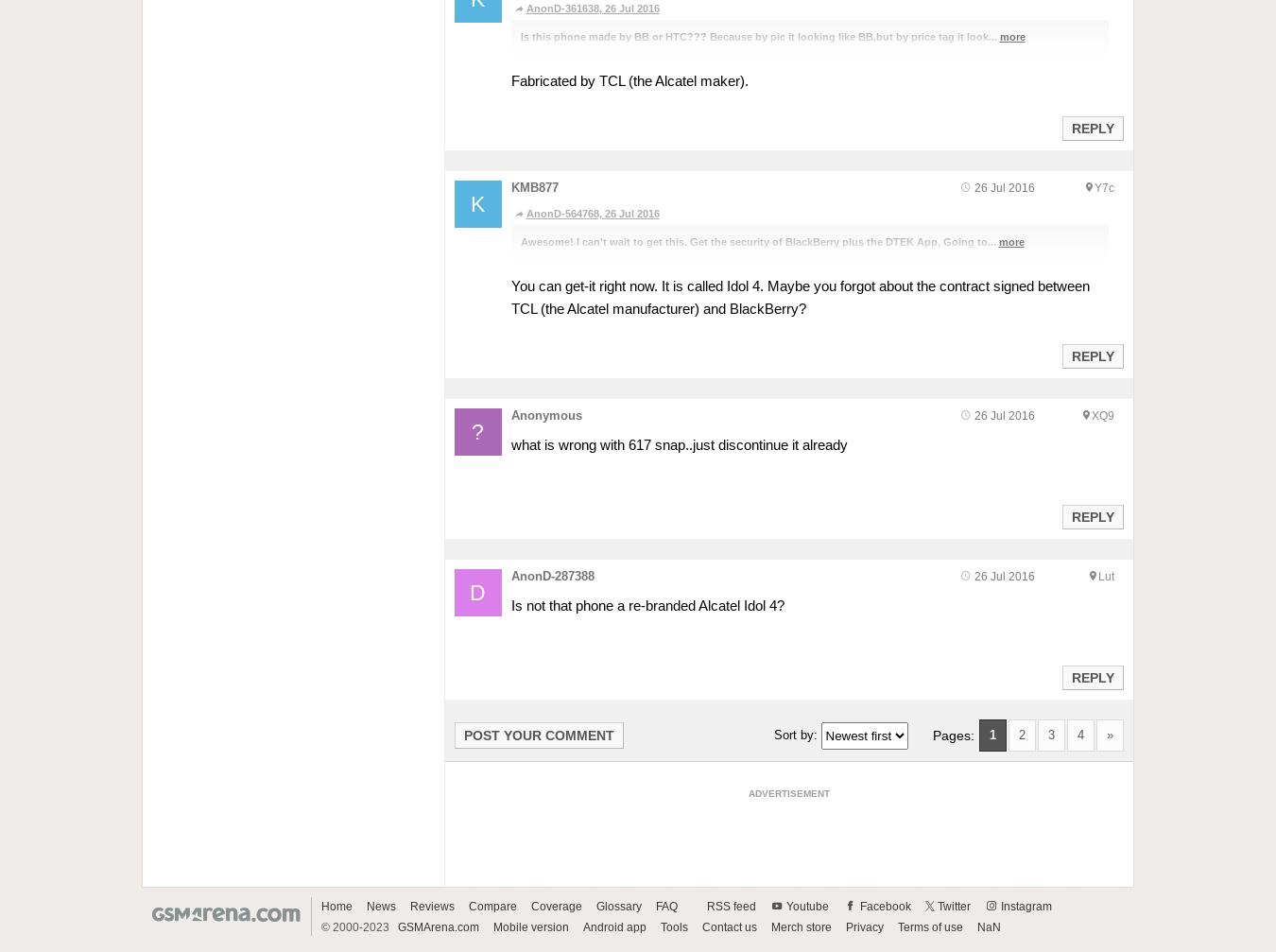  Describe the element at coordinates (552, 574) in the screenshot. I see `'AnonD-287388'` at that location.